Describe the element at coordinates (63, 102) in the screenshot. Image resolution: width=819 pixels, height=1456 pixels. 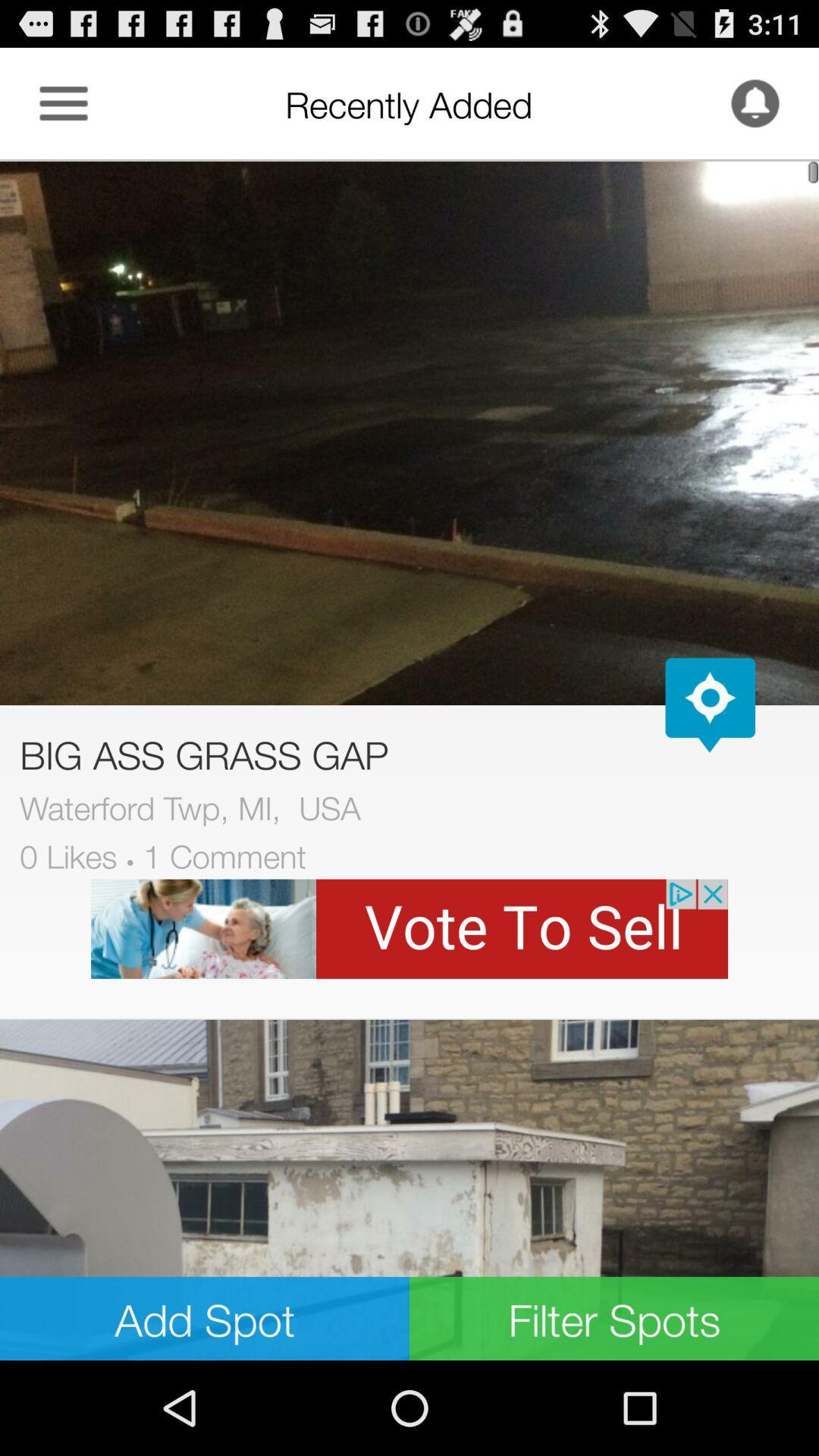
I see `open menu` at that location.